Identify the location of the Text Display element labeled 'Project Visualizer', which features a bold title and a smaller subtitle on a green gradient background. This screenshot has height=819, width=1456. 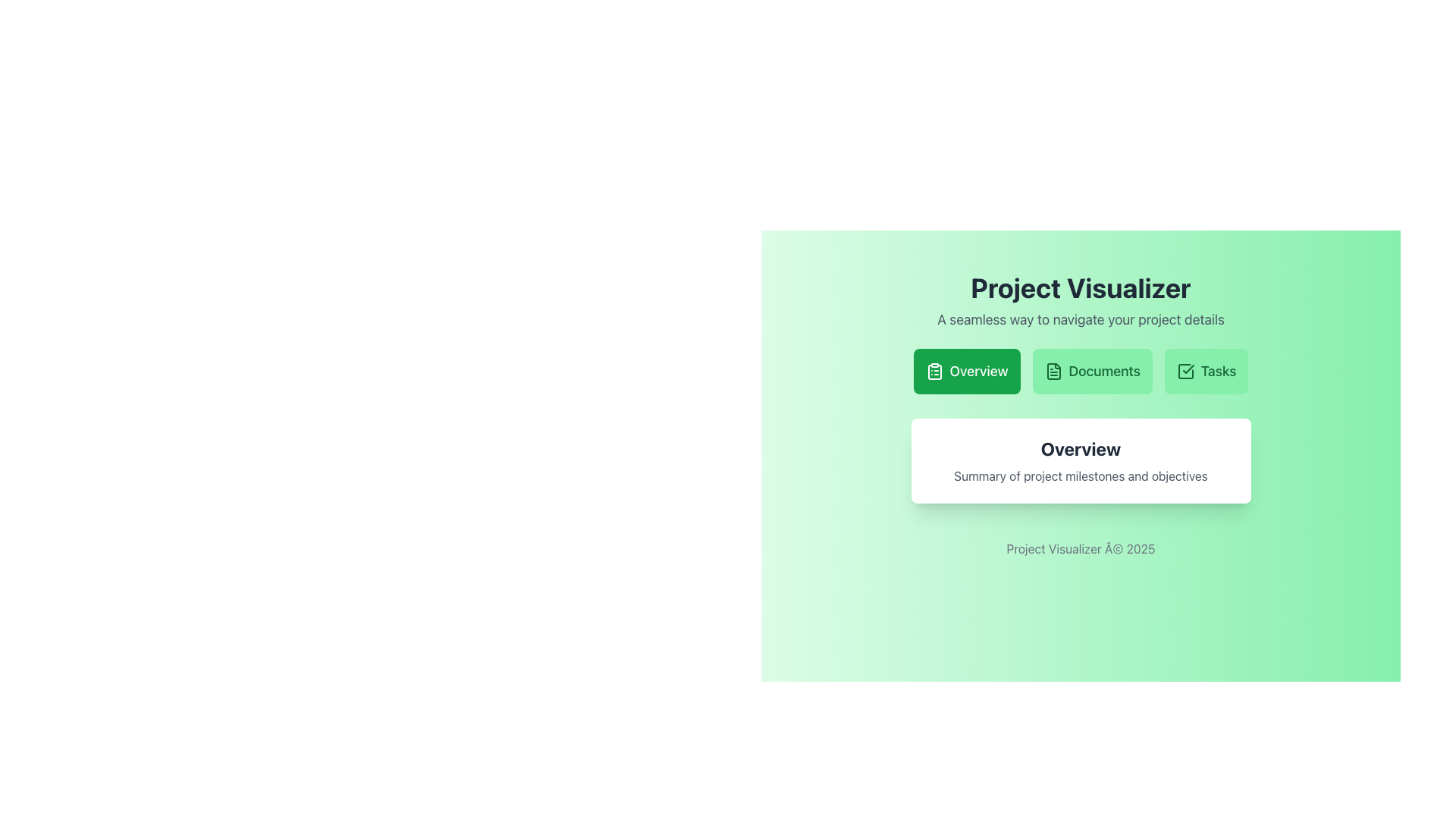
(1080, 301).